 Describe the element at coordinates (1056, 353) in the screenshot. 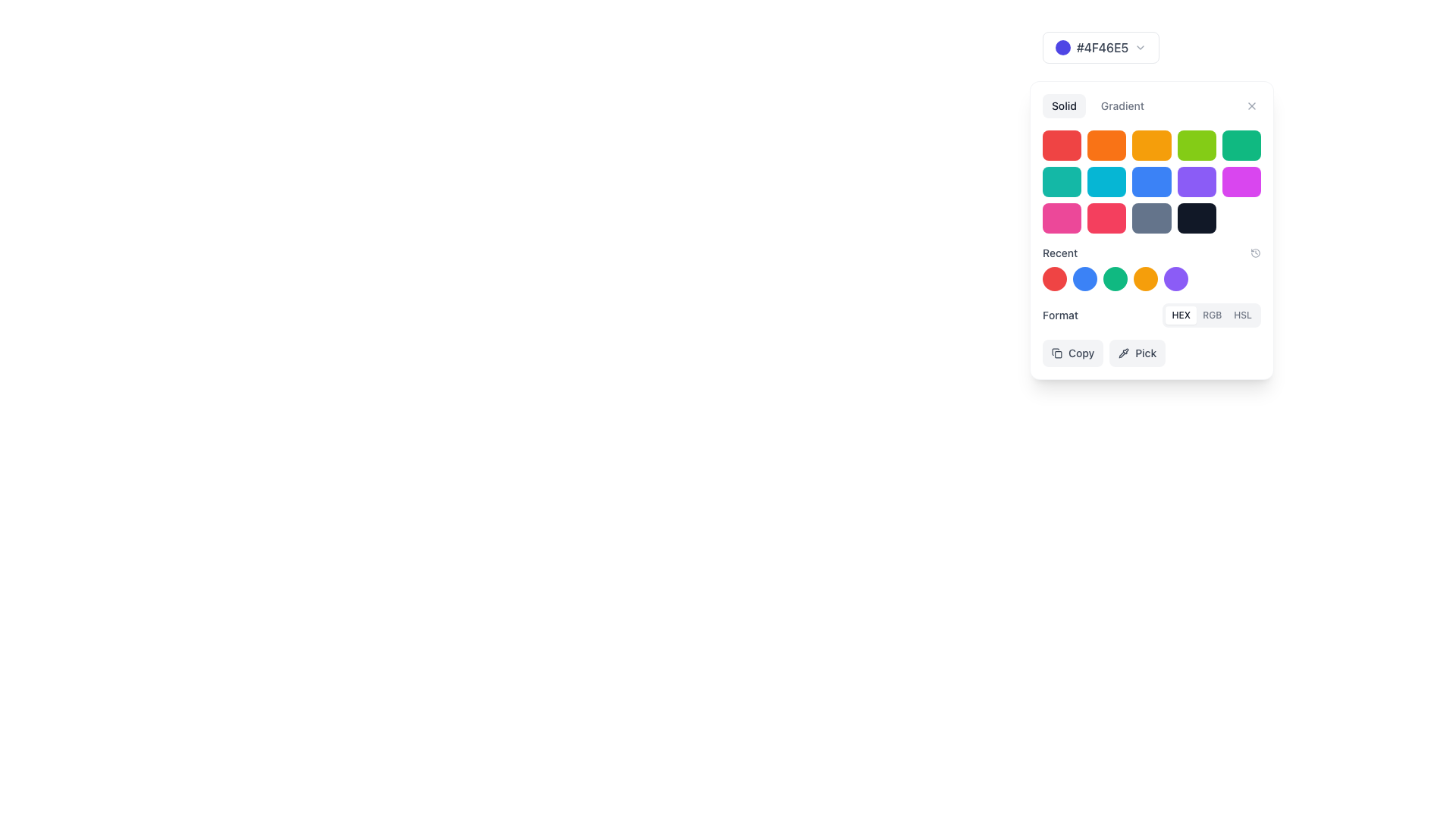

I see `the copy icon, which is a compact square icon resembling two overlapping sheets of paper, located within the 'Copy' button in the color selection dialog interface` at that location.